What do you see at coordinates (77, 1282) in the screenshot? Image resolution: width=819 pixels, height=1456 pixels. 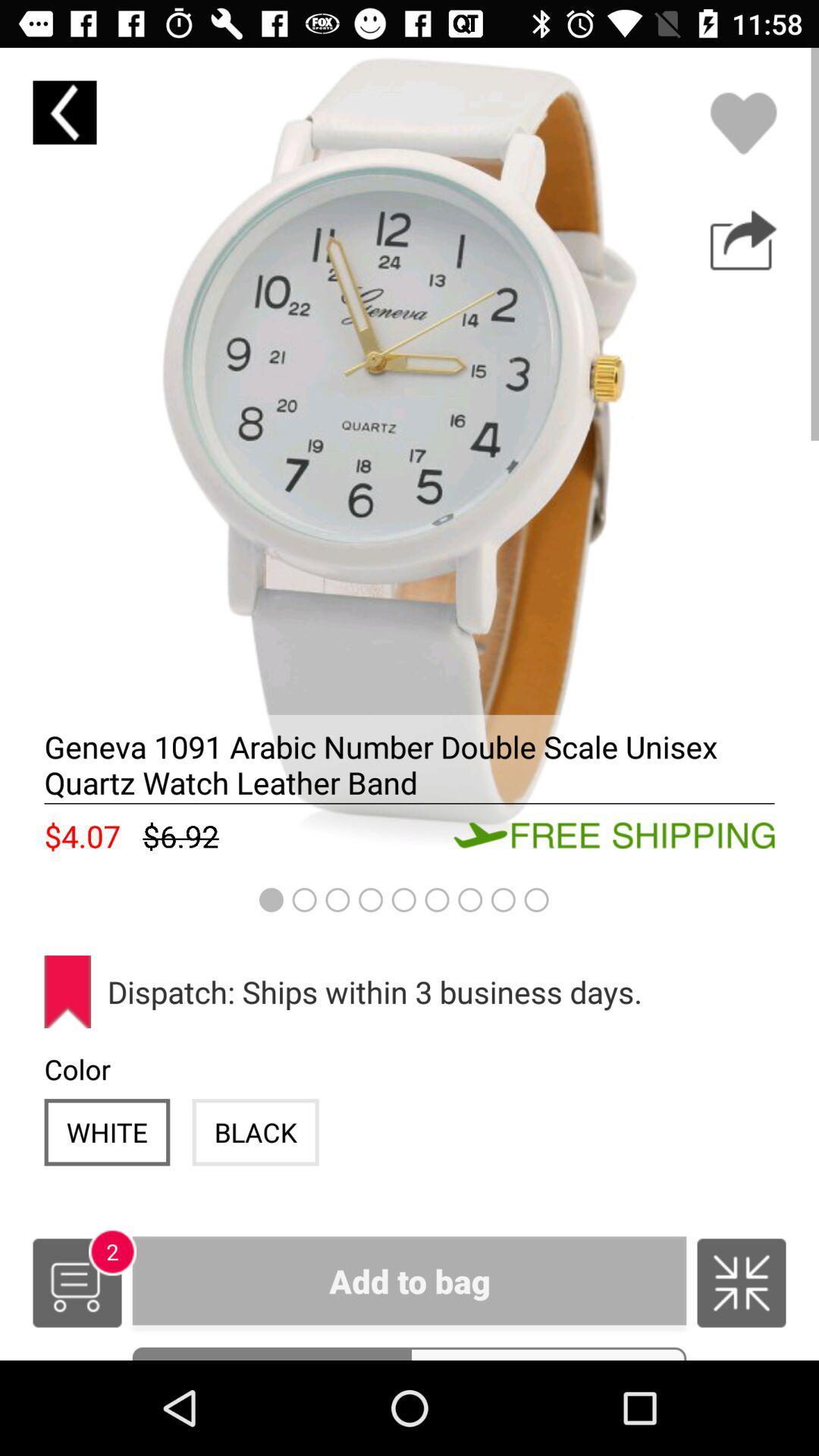 I see `the cart icon` at bounding box center [77, 1282].